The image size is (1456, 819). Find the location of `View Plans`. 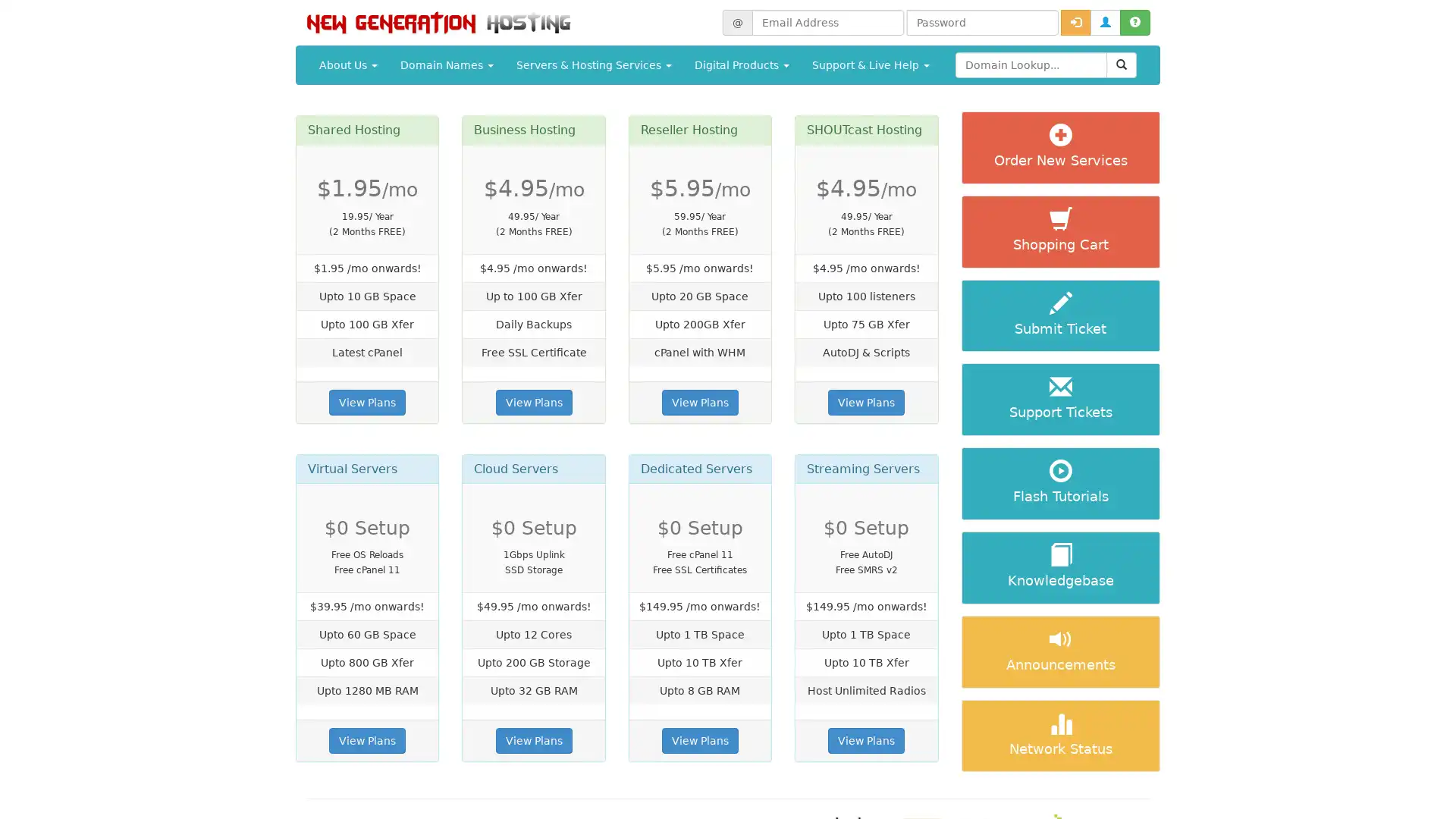

View Plans is located at coordinates (698, 739).